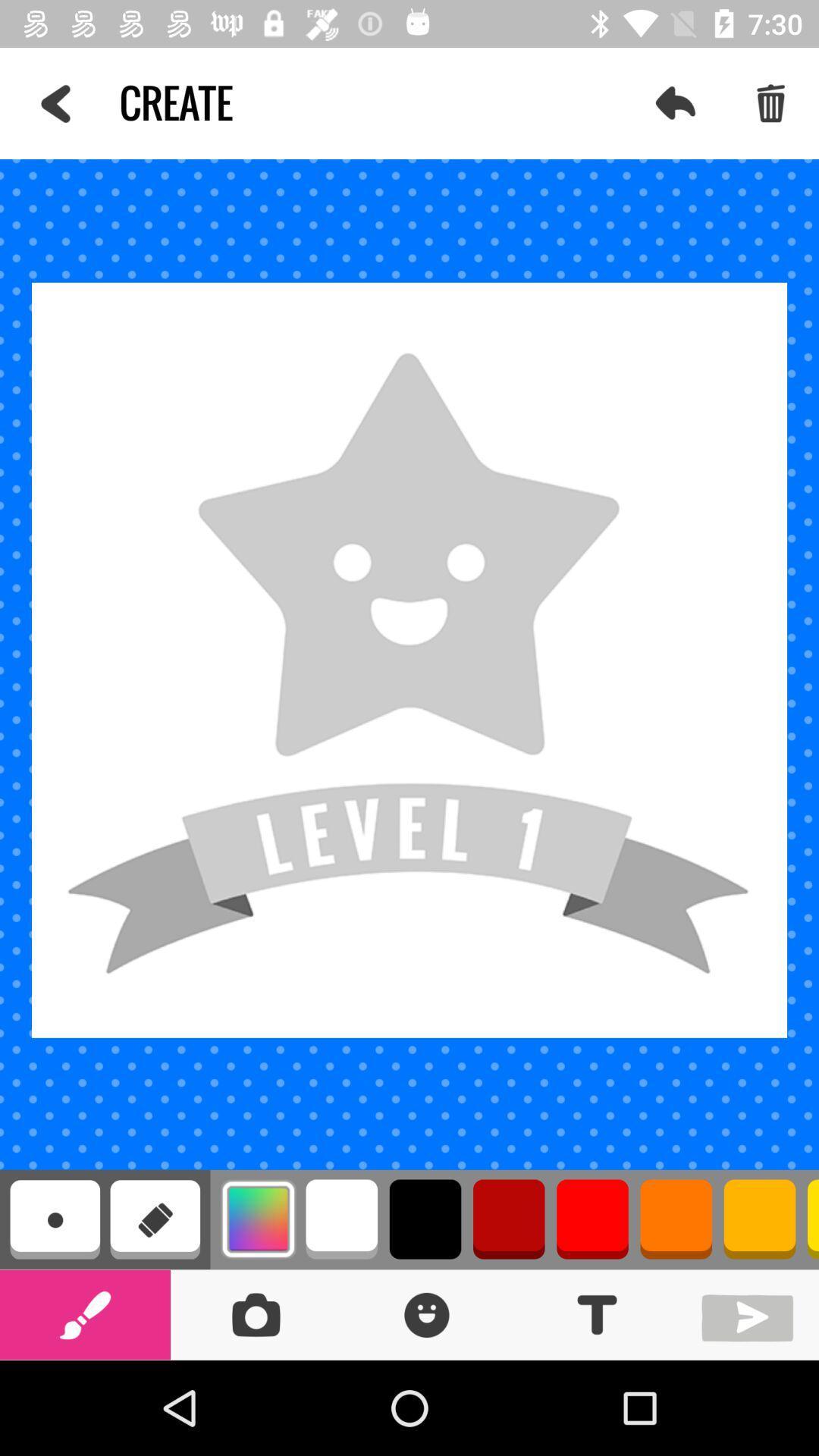 This screenshot has height=1456, width=819. I want to click on pencil to paint, so click(85, 1313).